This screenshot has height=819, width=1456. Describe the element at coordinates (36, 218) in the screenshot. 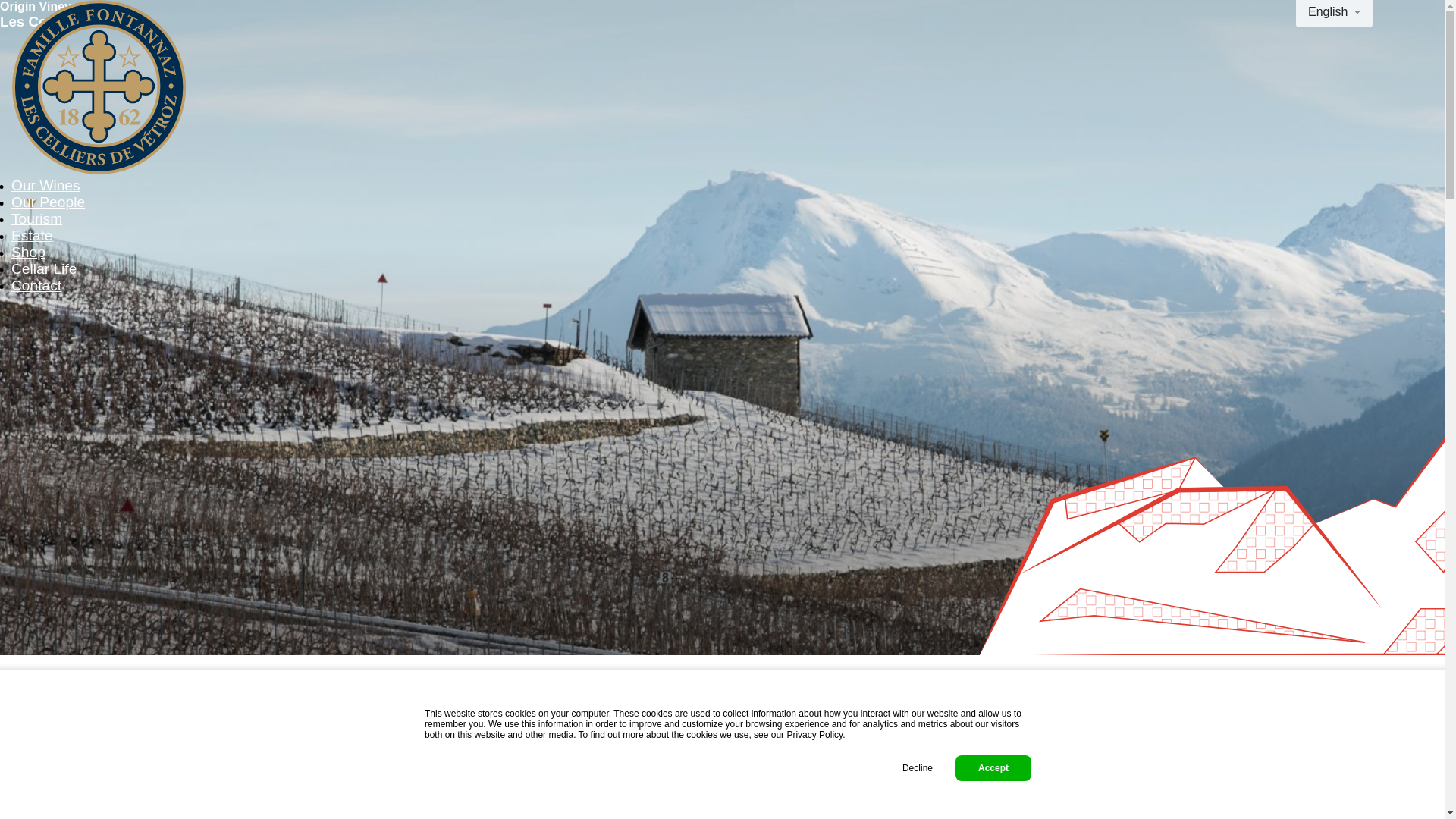

I see `'Tourism'` at that location.